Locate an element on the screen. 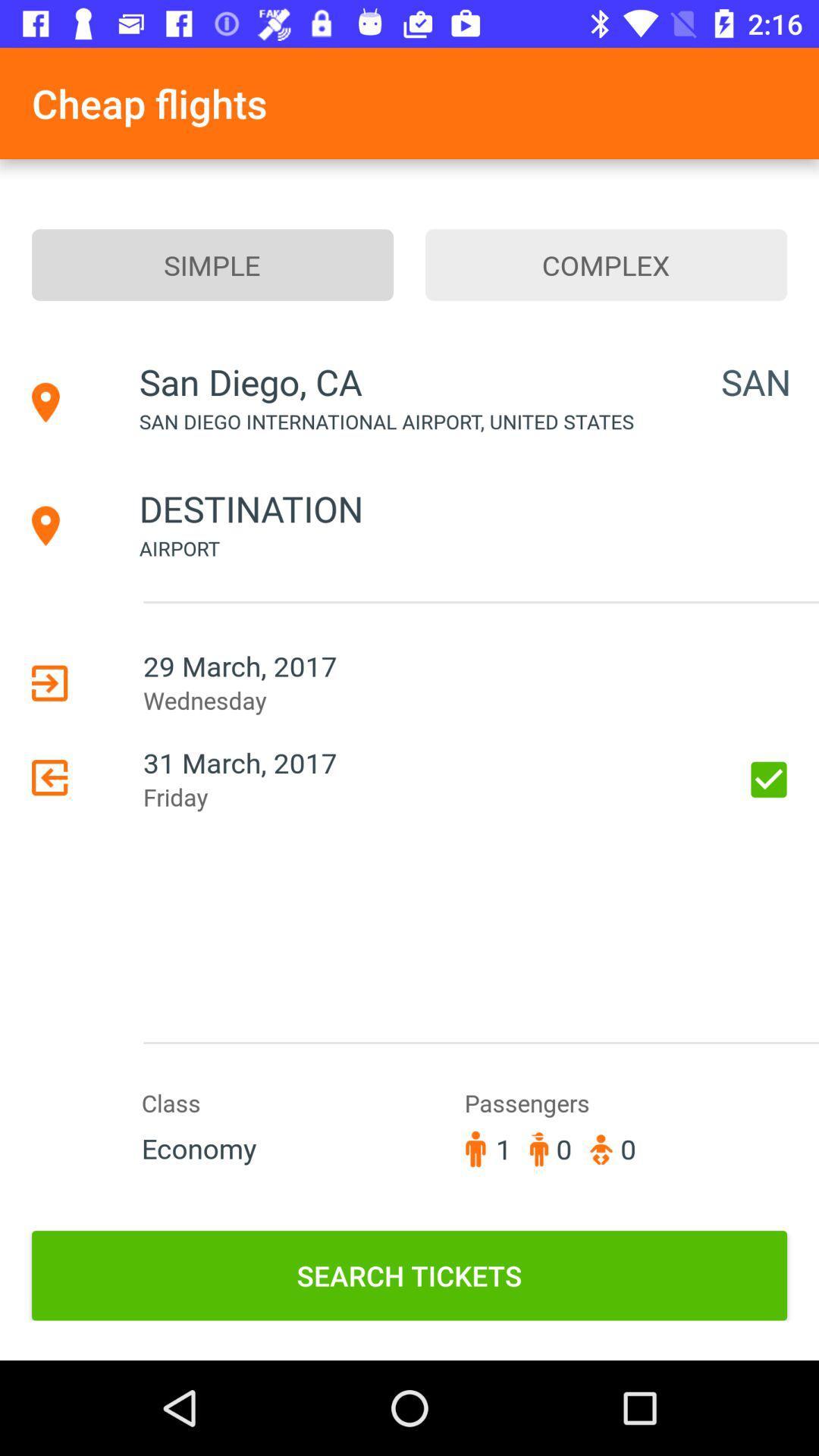 The height and width of the screenshot is (1456, 819). item next to the 31 march, 2017 icon is located at coordinates (769, 780).